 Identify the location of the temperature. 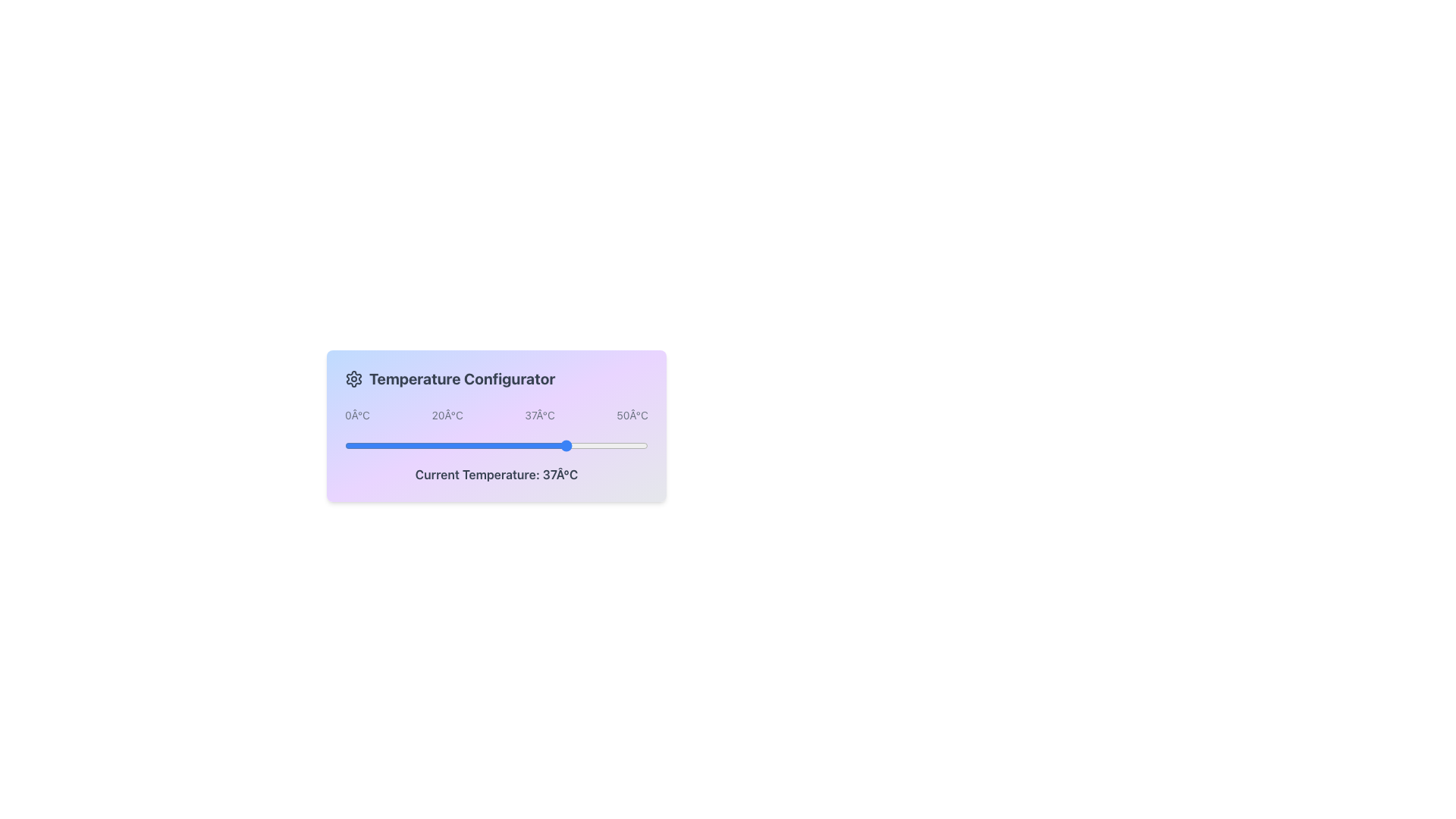
(356, 444).